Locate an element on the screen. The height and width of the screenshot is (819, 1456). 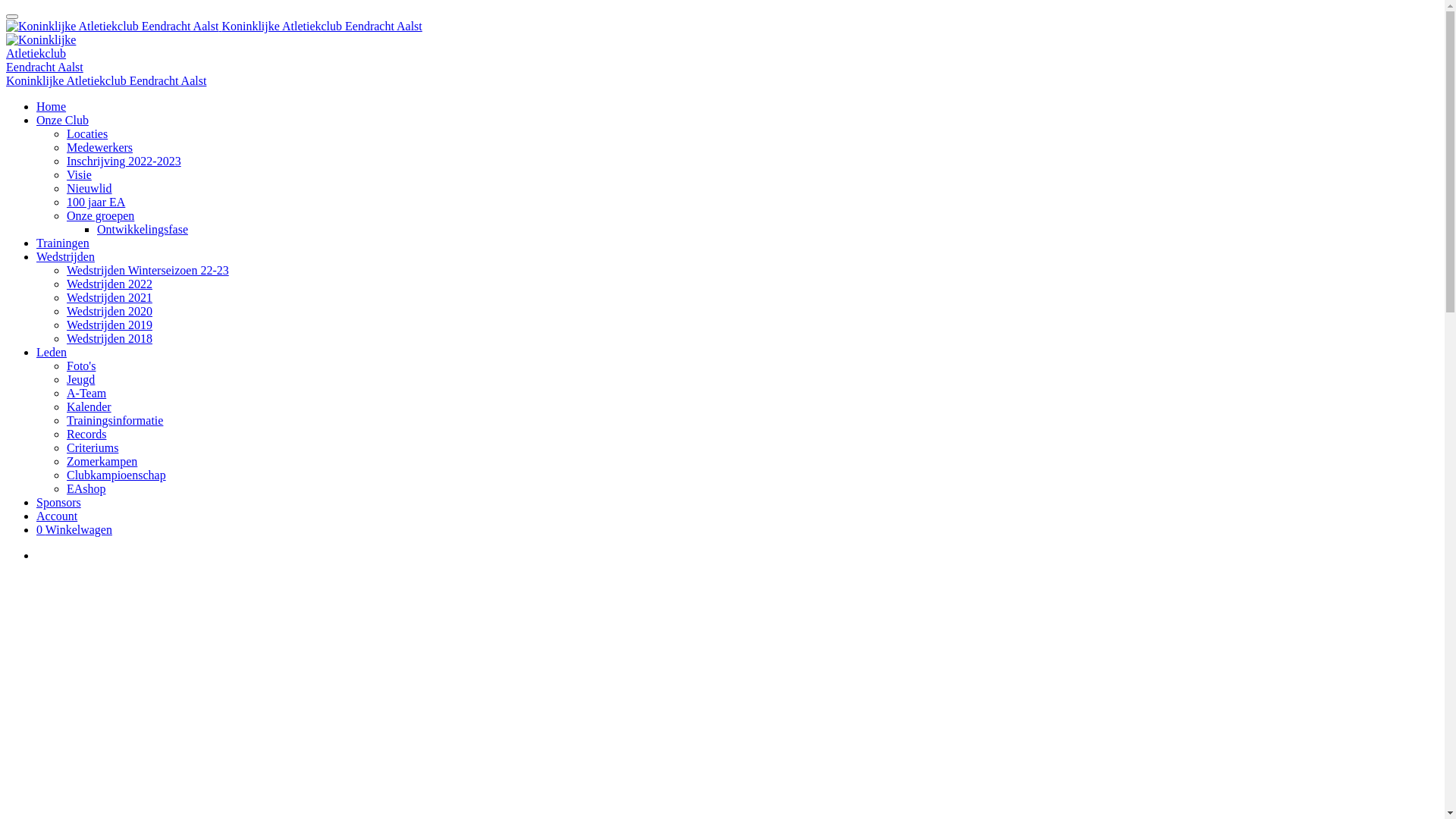
'Nieuwlid' is located at coordinates (89, 187).